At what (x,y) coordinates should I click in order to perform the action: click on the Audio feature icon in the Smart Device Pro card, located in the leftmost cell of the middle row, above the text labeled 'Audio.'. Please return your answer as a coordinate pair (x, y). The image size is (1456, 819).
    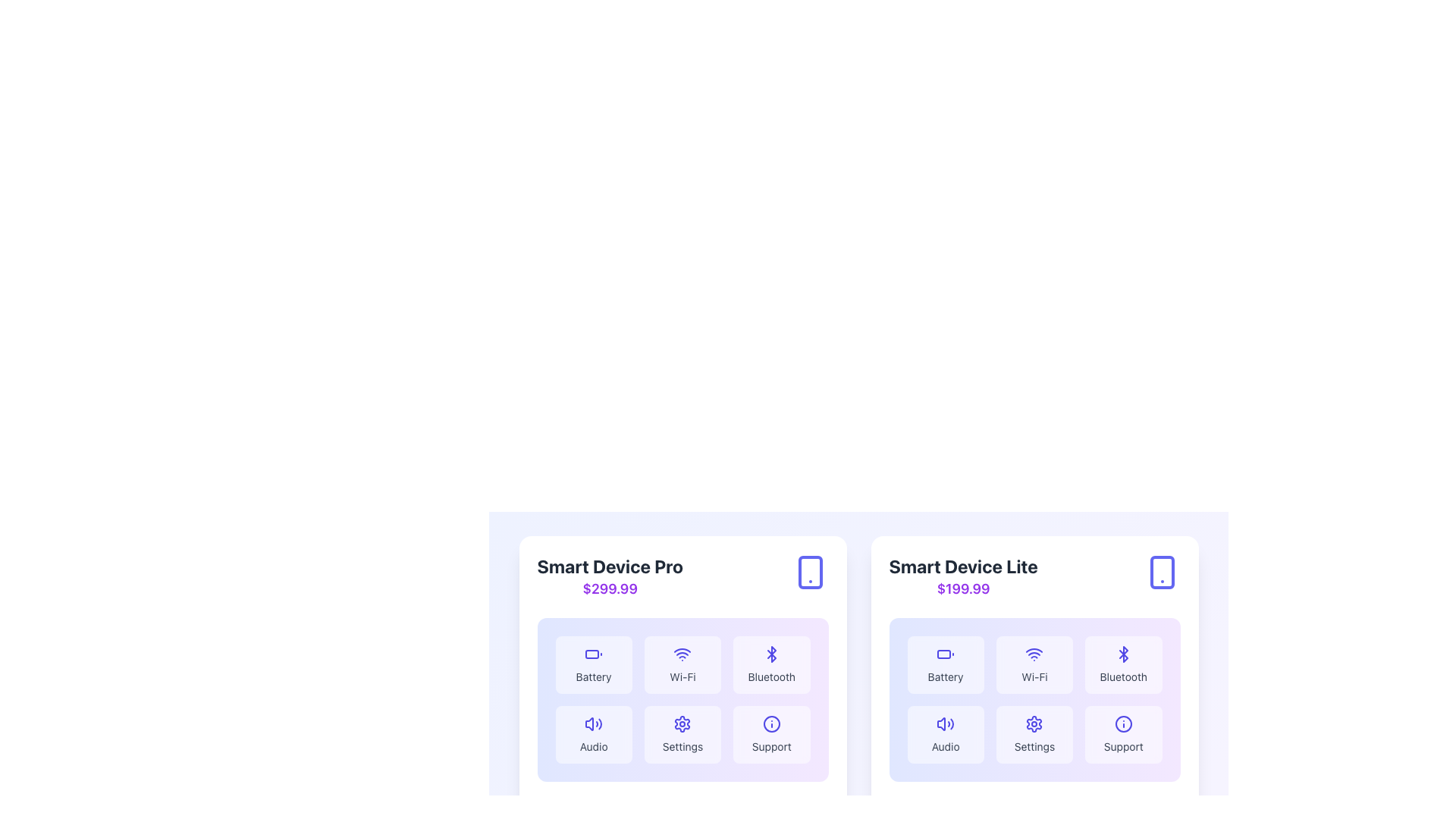
    Looking at the image, I should click on (593, 723).